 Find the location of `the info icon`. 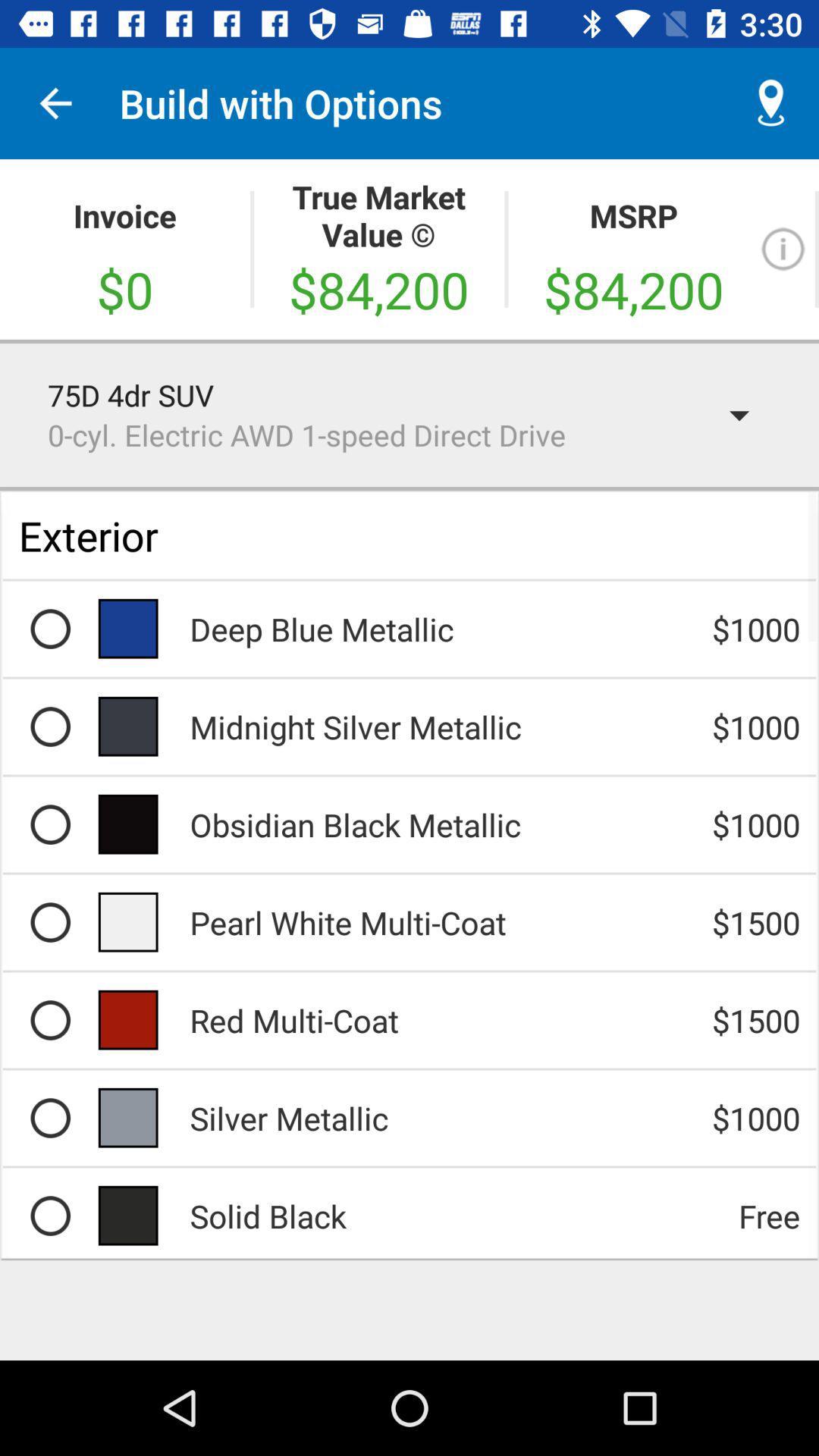

the info icon is located at coordinates (783, 249).